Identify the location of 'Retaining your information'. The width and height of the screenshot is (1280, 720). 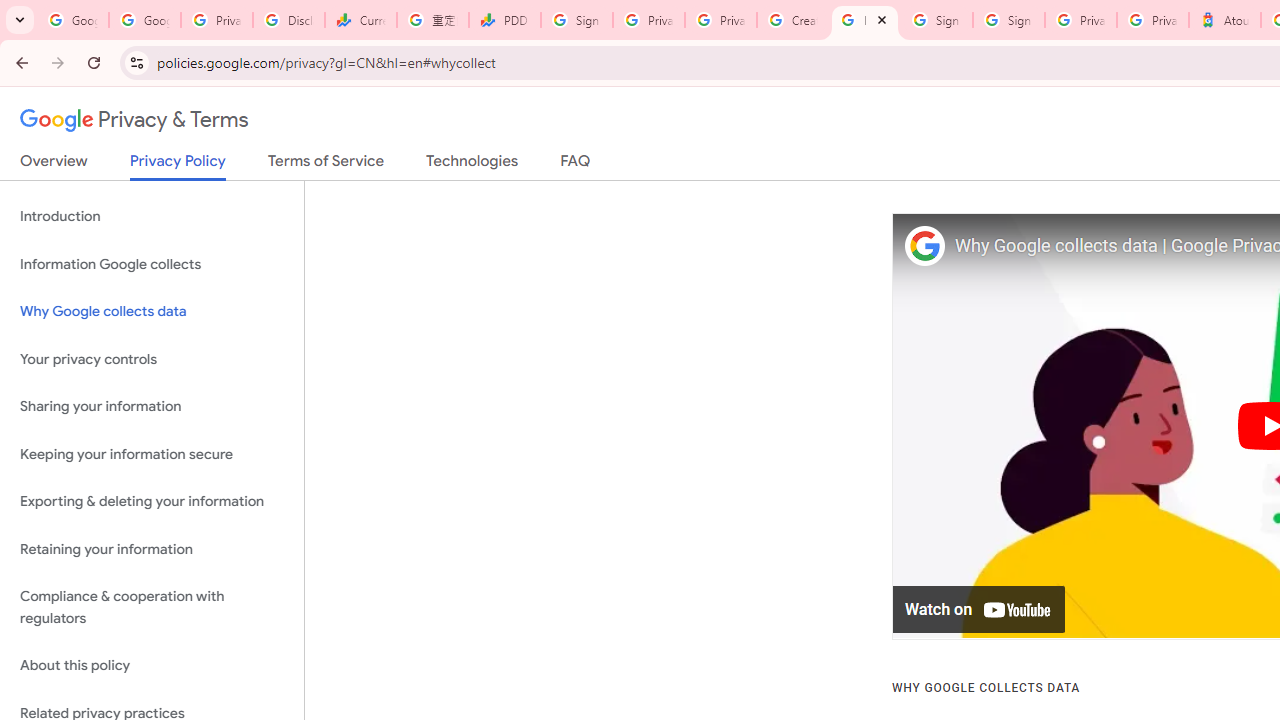
(151, 549).